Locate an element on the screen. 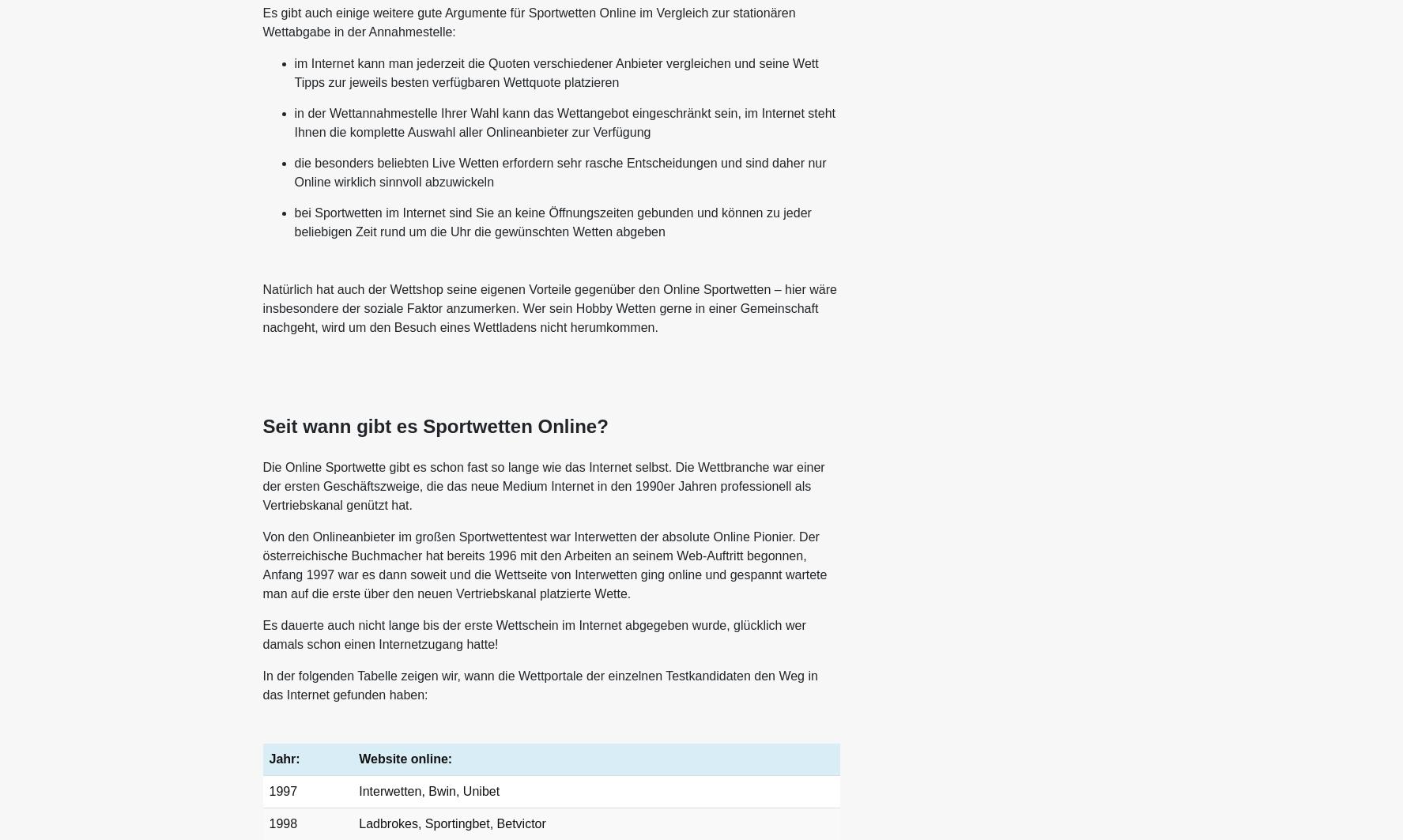 This screenshot has height=840, width=1403. 'bei Sportwetten im Internet sind Sie an keine Öffnungszeiten gebunden und können zu jeder beliebigen Zeit rund um die Uhr die gewünschten Wetten abgeben' is located at coordinates (551, 222).